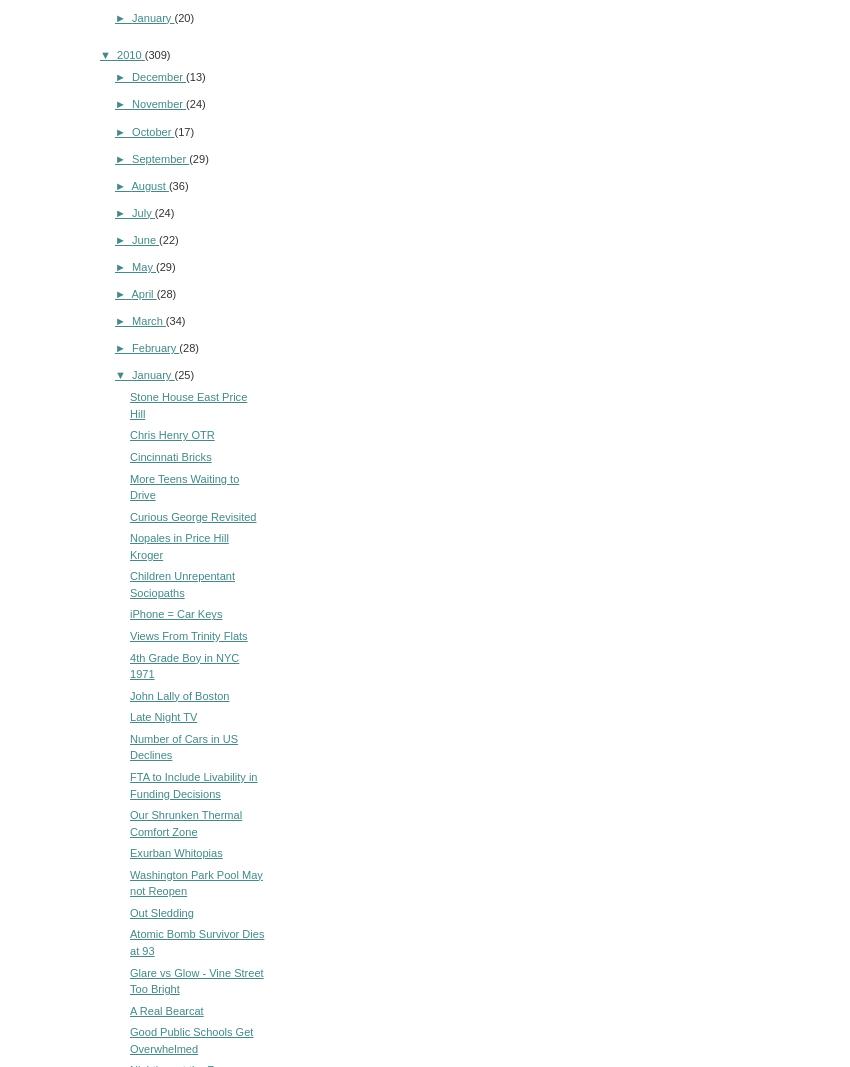 Image resolution: width=850 pixels, height=1067 pixels. What do you see at coordinates (155, 347) in the screenshot?
I see `'February'` at bounding box center [155, 347].